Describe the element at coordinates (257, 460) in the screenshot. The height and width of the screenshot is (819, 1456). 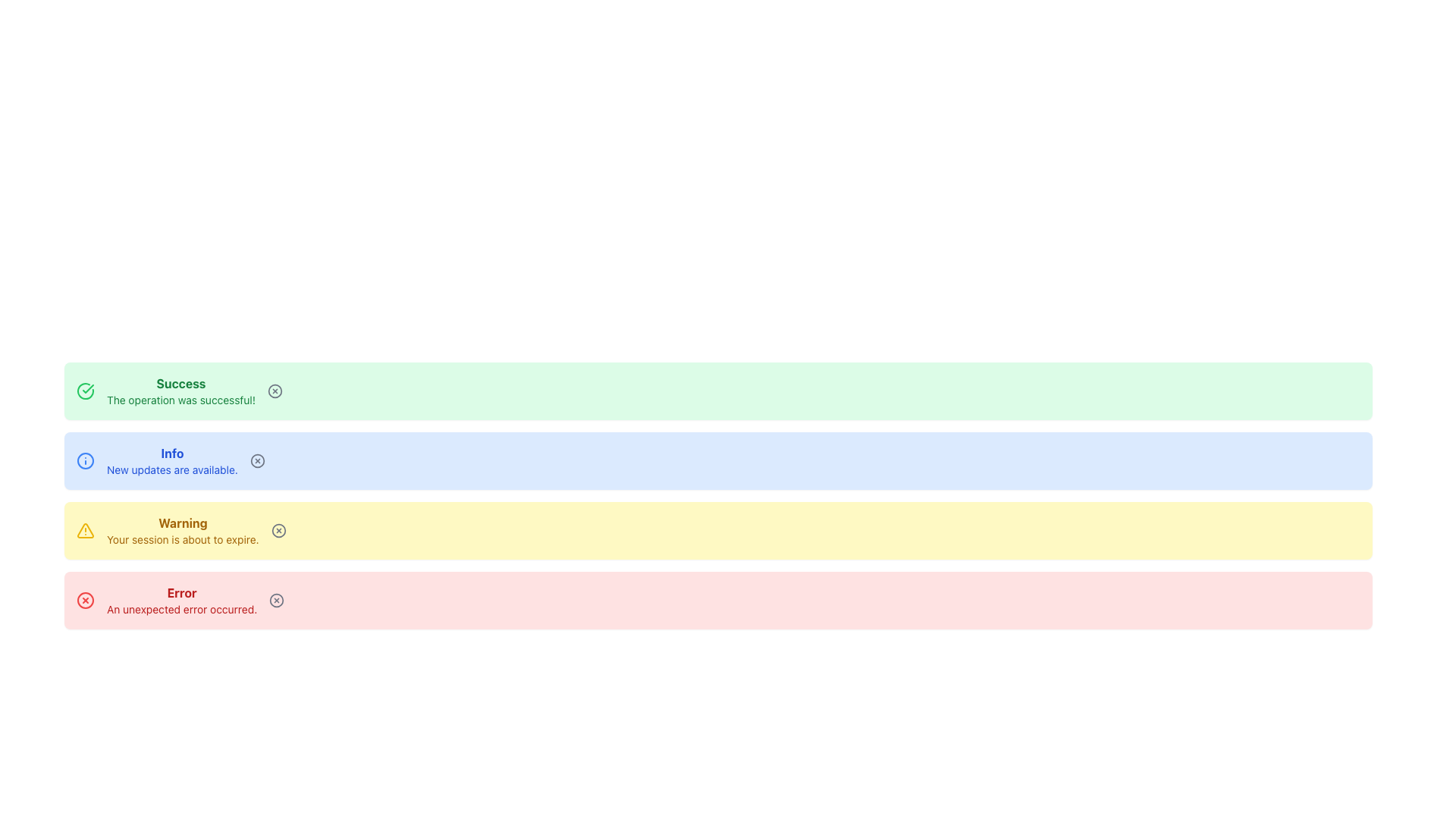
I see `the close button located at the far right end of the 'Info' banner with a blue background that displays 'New updates are available'` at that location.